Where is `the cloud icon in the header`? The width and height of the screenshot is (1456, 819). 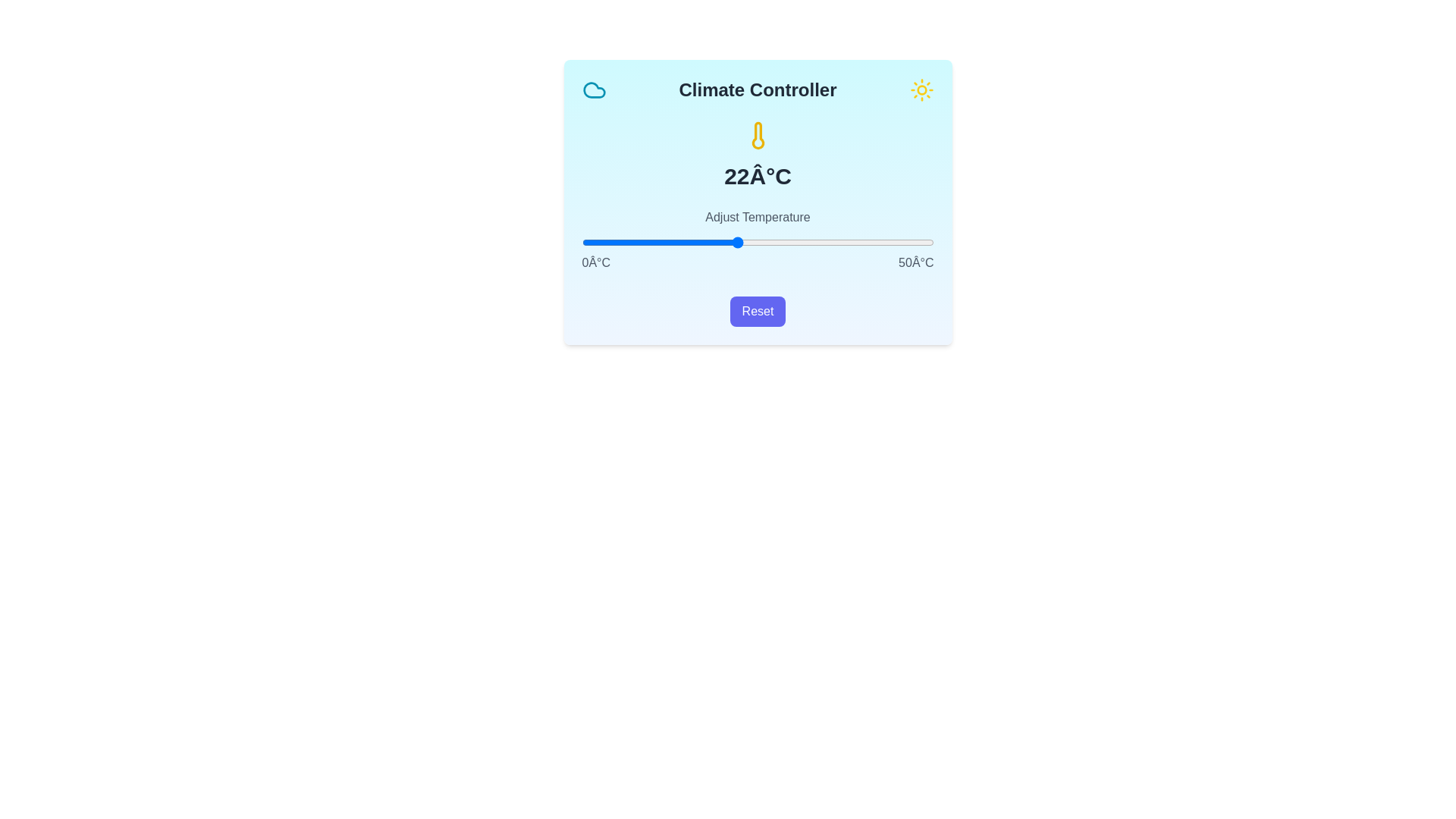
the cloud icon in the header is located at coordinates (593, 90).